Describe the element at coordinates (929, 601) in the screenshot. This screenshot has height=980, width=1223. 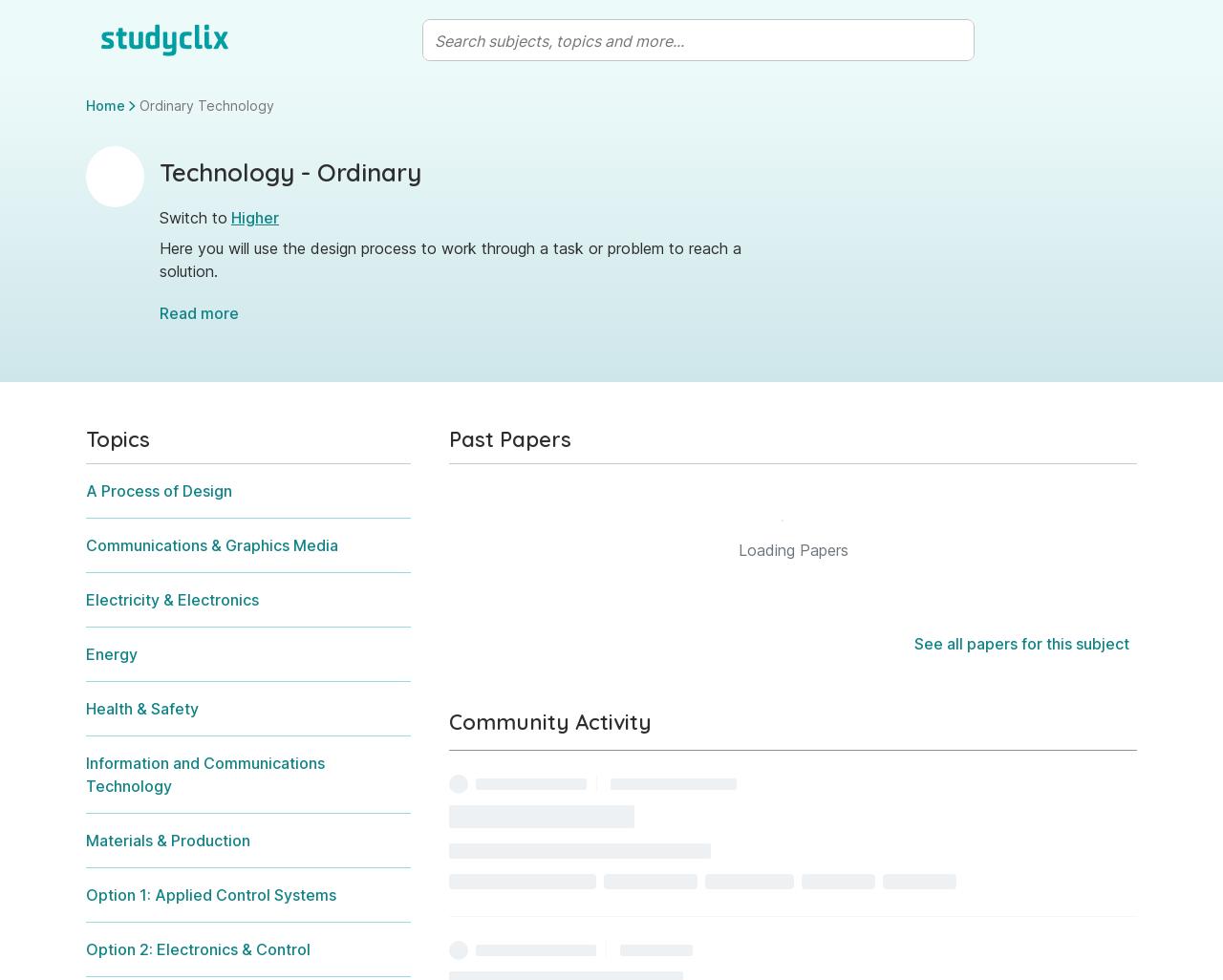
I see `'More'` at that location.